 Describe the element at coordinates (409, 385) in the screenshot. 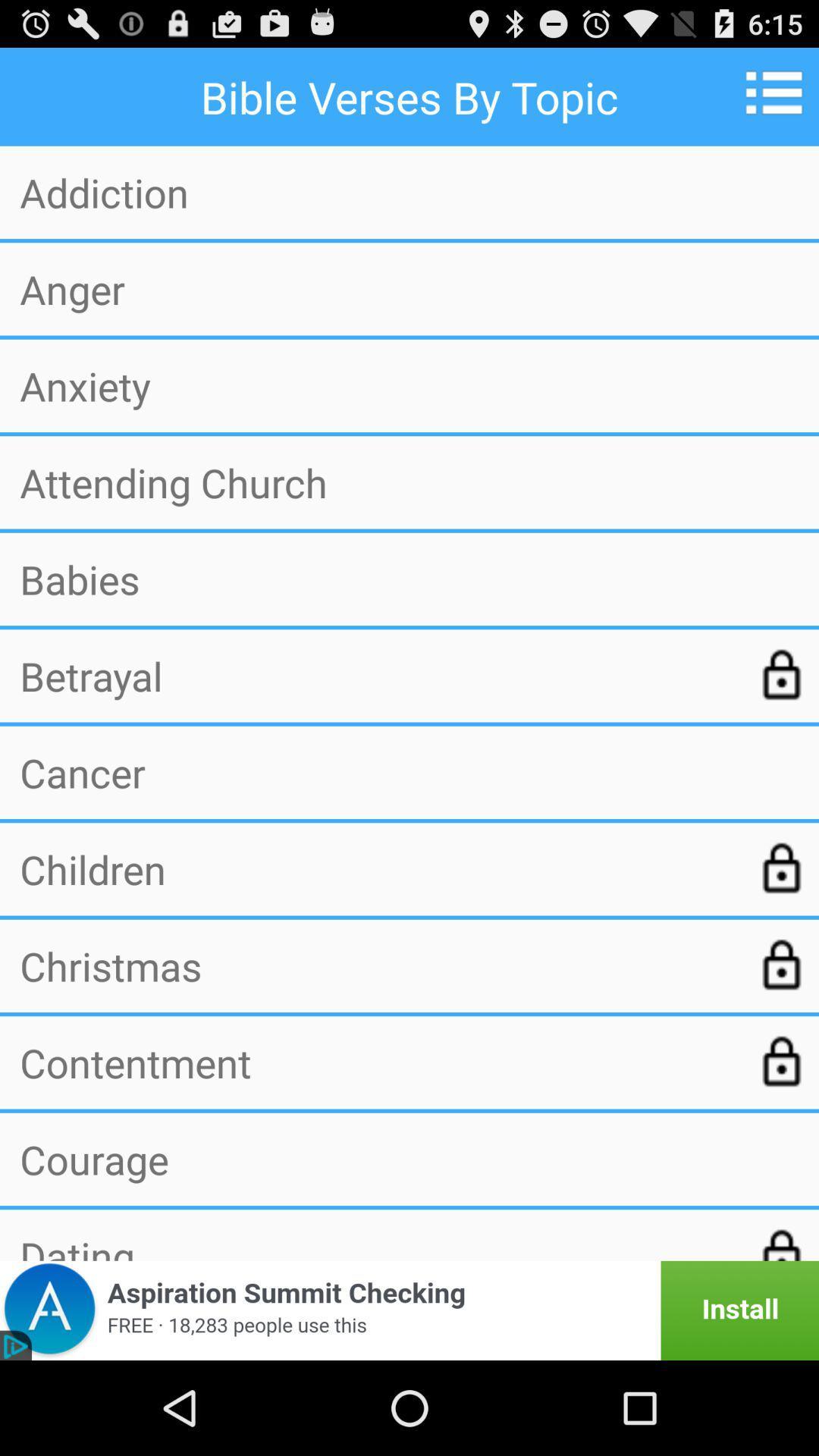

I see `the anxiety app` at that location.